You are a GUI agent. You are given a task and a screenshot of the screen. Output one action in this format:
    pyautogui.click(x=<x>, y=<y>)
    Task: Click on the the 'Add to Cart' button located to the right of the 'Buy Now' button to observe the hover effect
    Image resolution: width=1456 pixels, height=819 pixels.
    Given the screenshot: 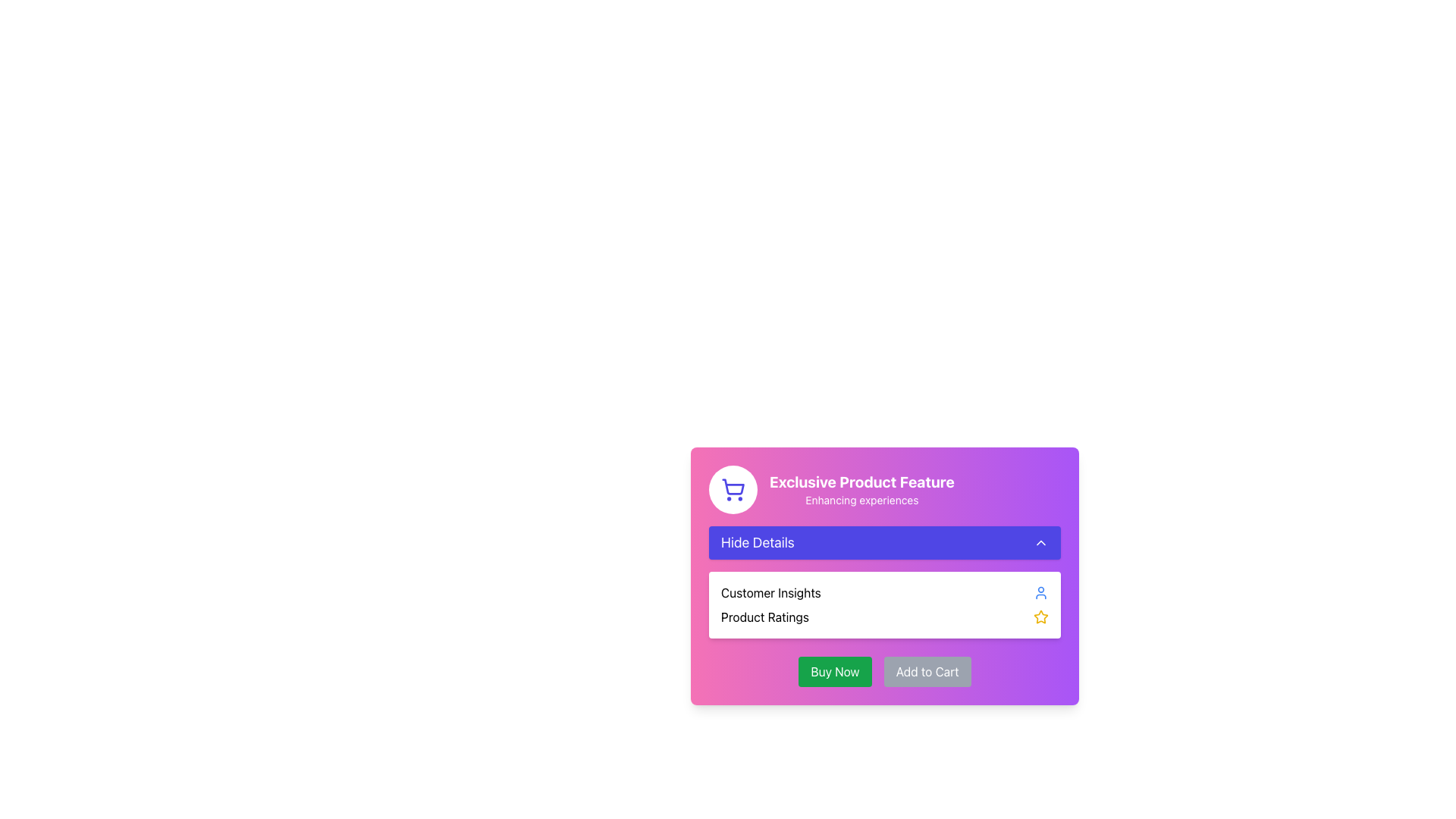 What is the action you would take?
    pyautogui.click(x=927, y=671)
    